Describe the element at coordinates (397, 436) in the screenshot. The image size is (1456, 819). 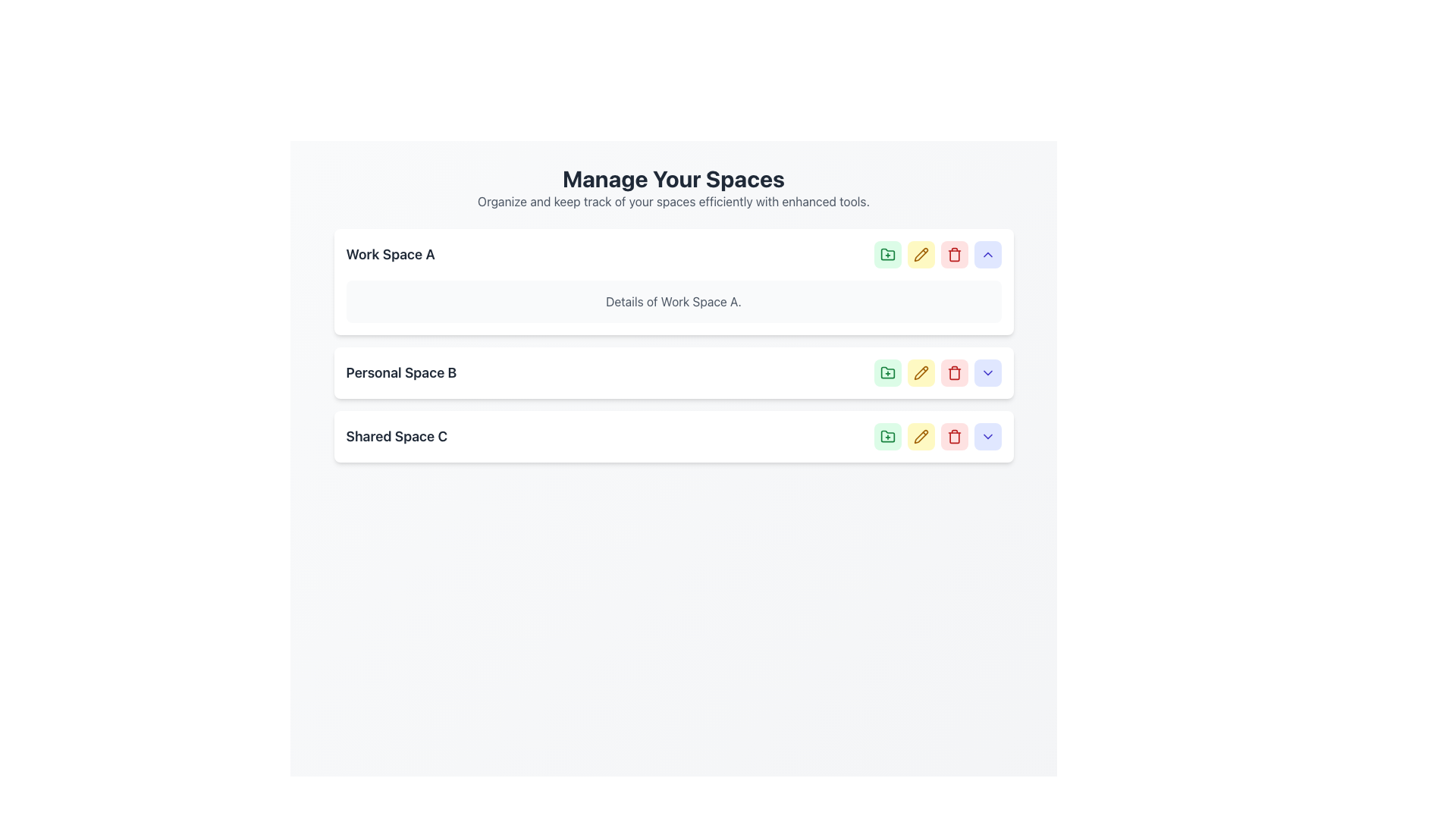
I see `text from the Text Label that identifies the 'Shared Space C' workspace, which is positioned below 'Personal Space B' and aligned with action icons` at that location.